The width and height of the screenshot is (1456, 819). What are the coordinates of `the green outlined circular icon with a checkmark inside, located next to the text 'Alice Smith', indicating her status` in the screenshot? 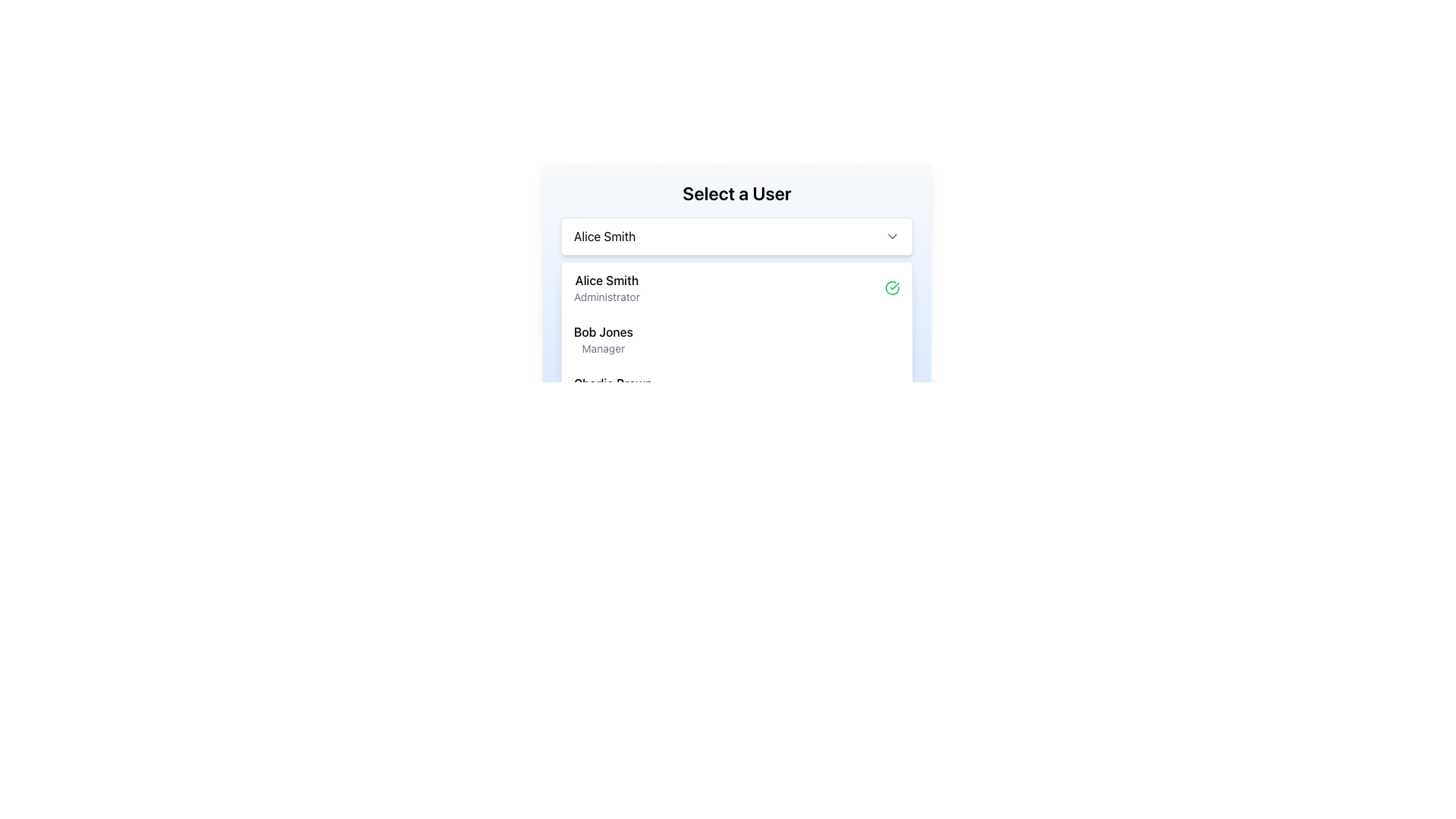 It's located at (892, 288).